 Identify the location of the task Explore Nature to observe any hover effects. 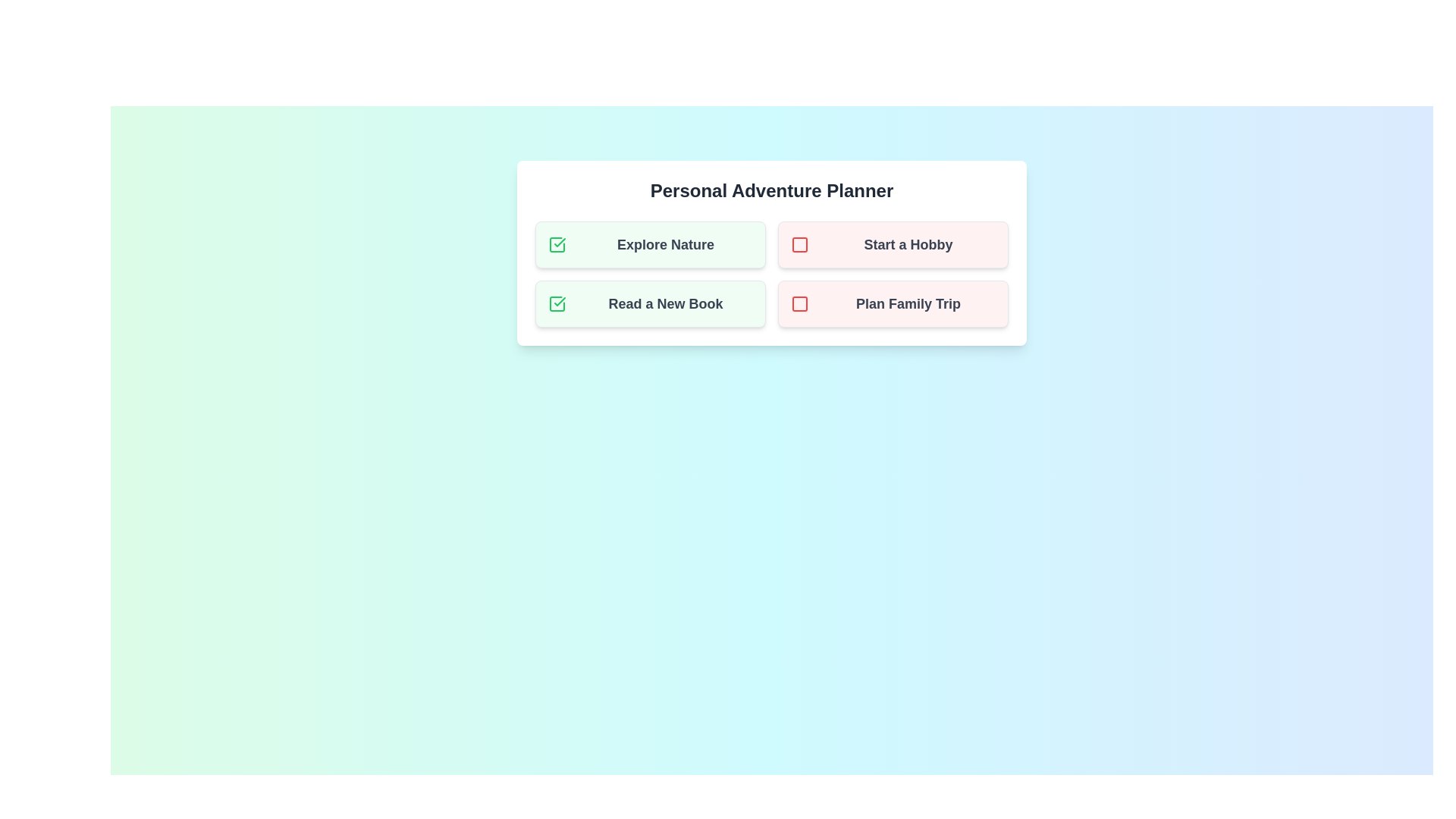
(651, 244).